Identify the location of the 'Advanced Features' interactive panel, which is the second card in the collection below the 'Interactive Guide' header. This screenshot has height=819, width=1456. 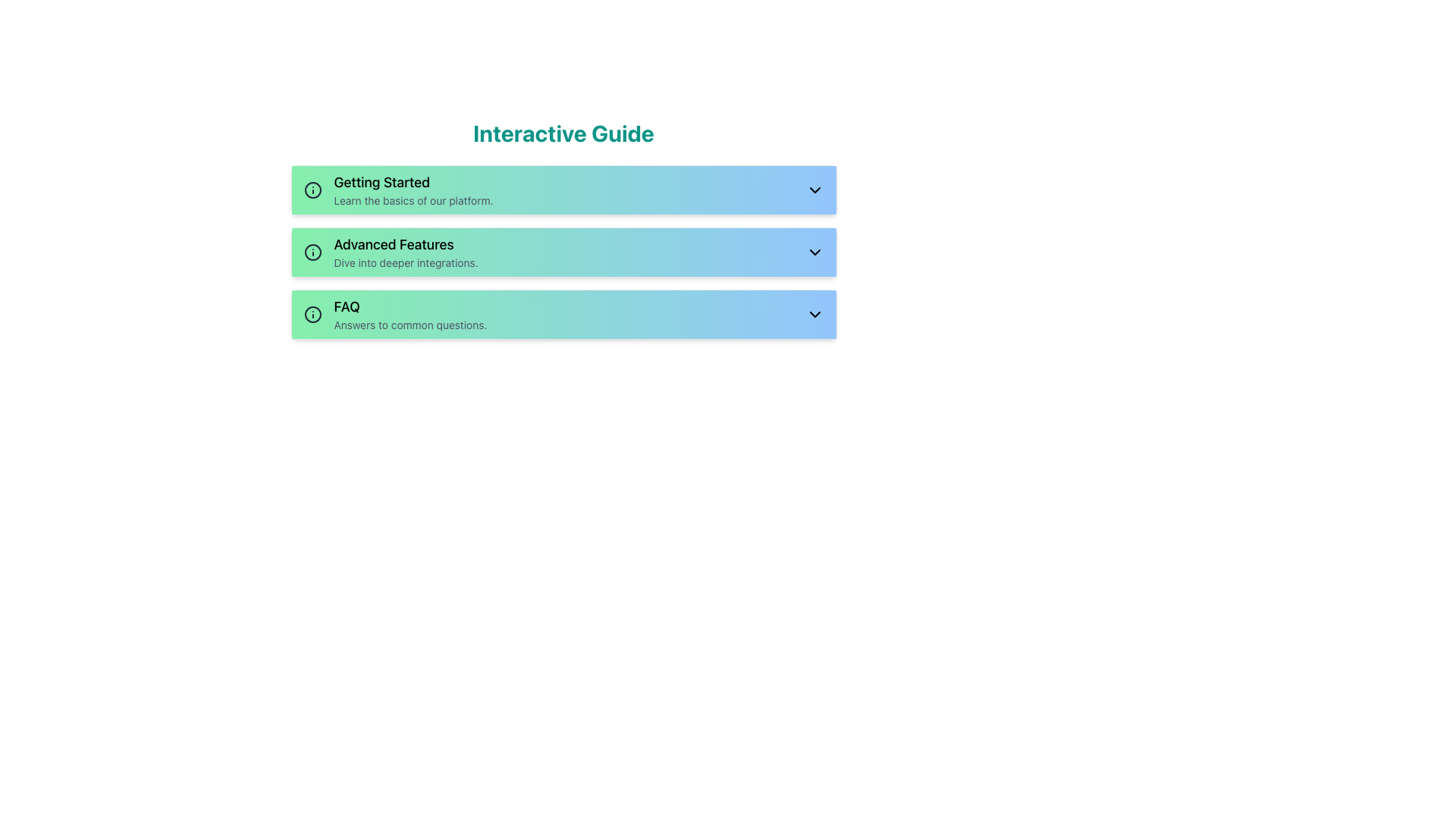
(563, 236).